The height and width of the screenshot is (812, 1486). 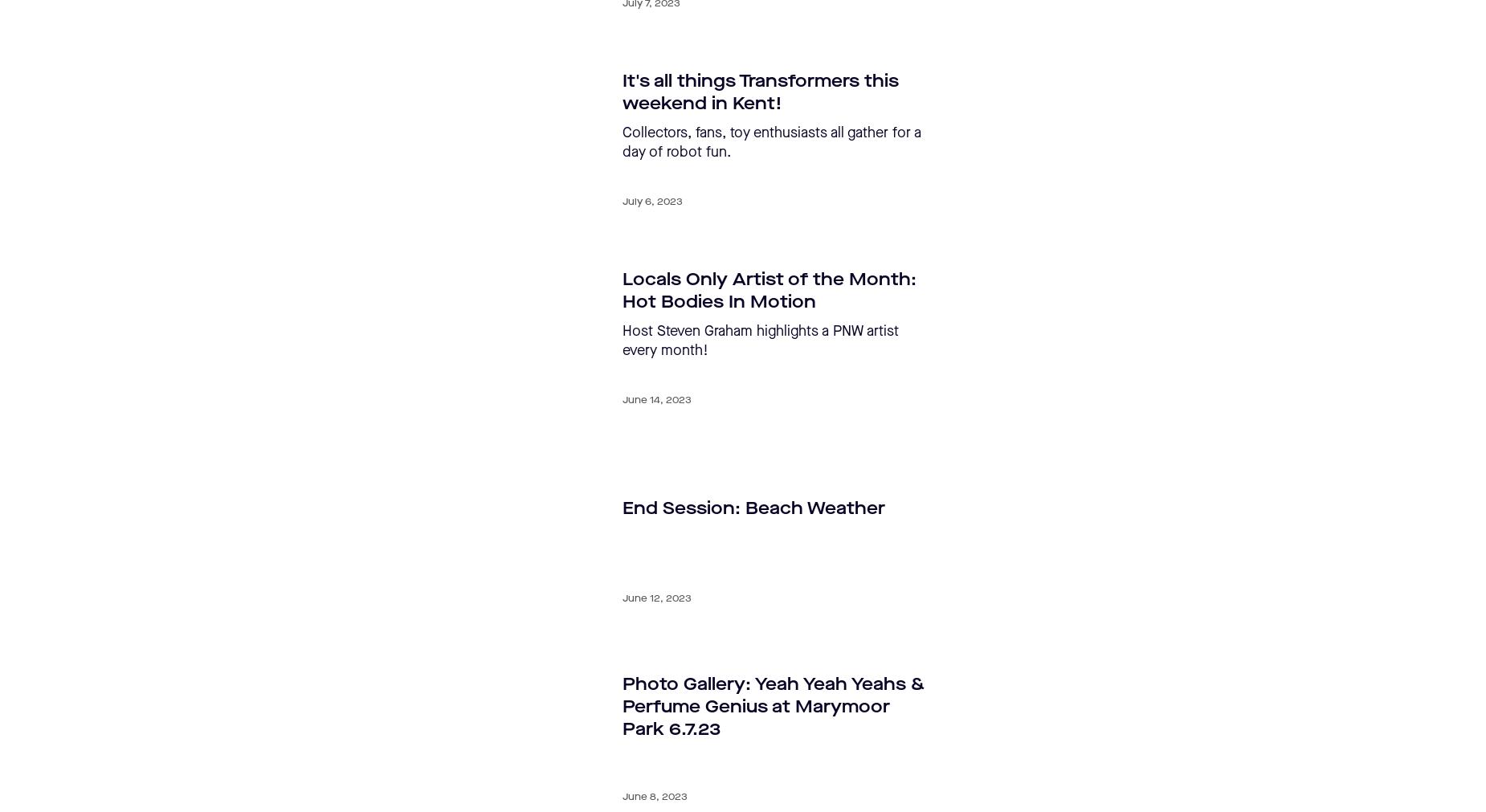 I want to click on 'June 8, 2023', so click(x=655, y=796).